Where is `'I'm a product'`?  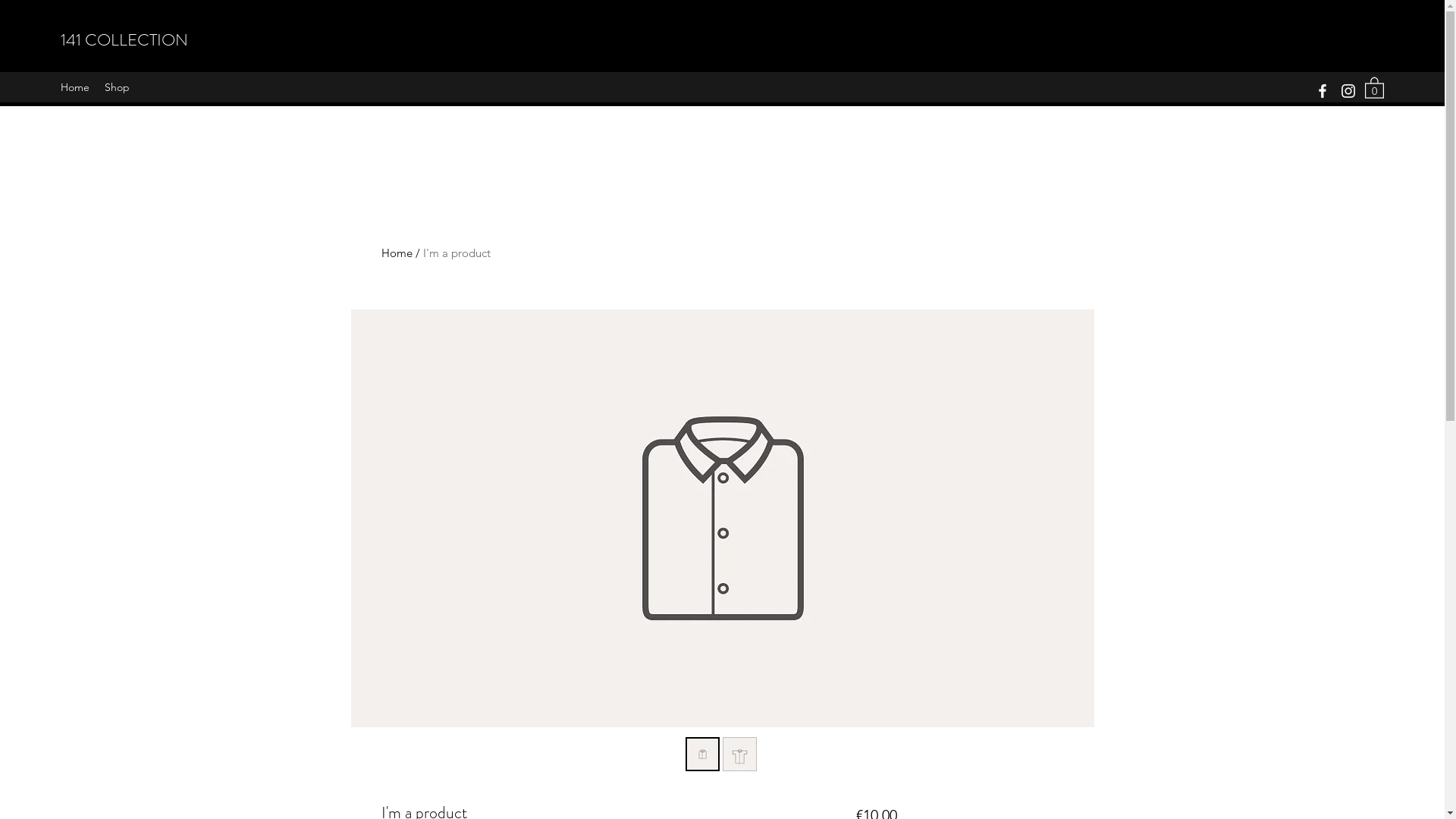 'I'm a product' is located at coordinates (456, 252).